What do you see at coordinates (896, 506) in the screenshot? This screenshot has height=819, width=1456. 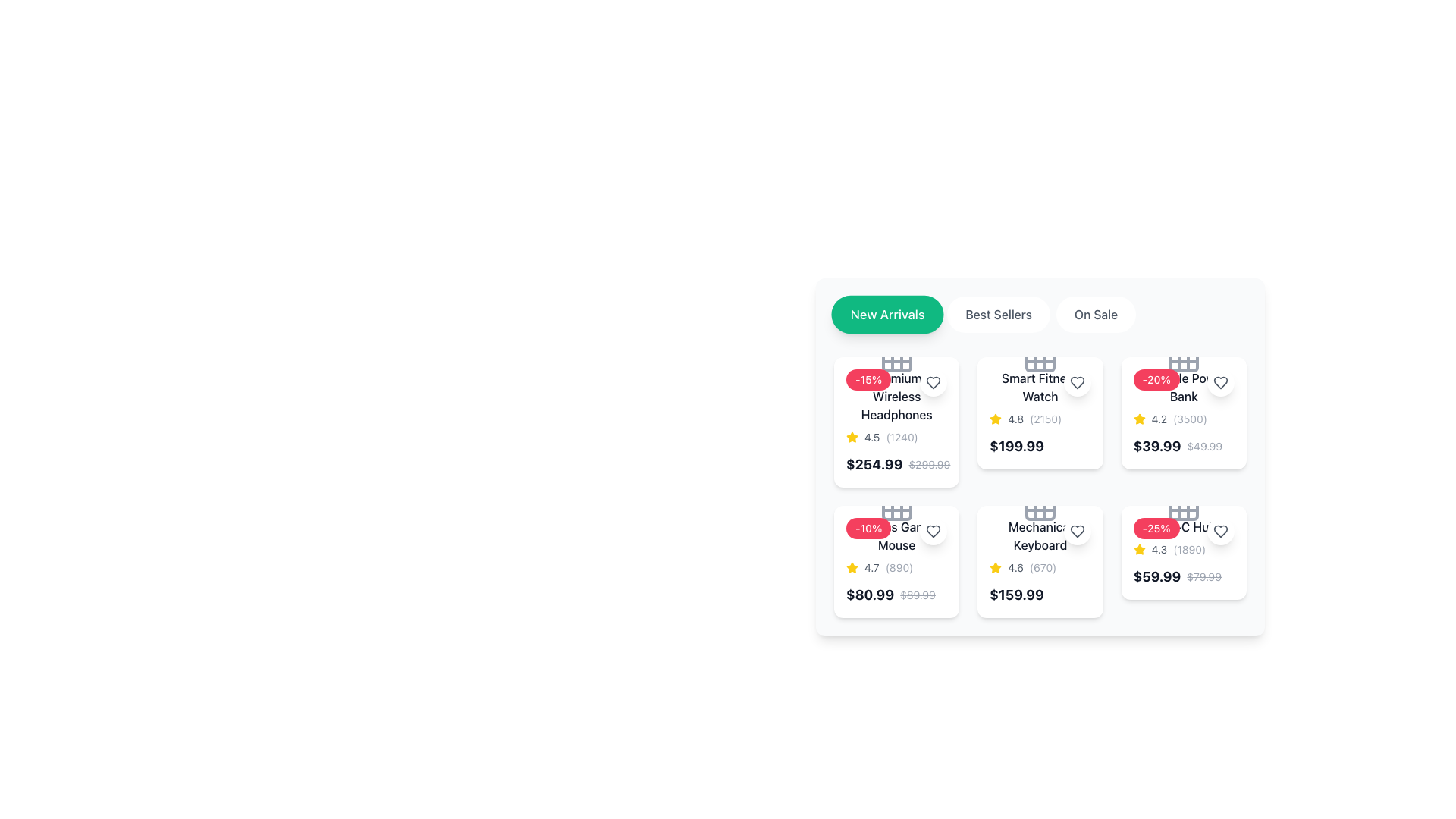 I see `the grid-like gray icon located above the 'Gaming Mouse' product name` at bounding box center [896, 506].